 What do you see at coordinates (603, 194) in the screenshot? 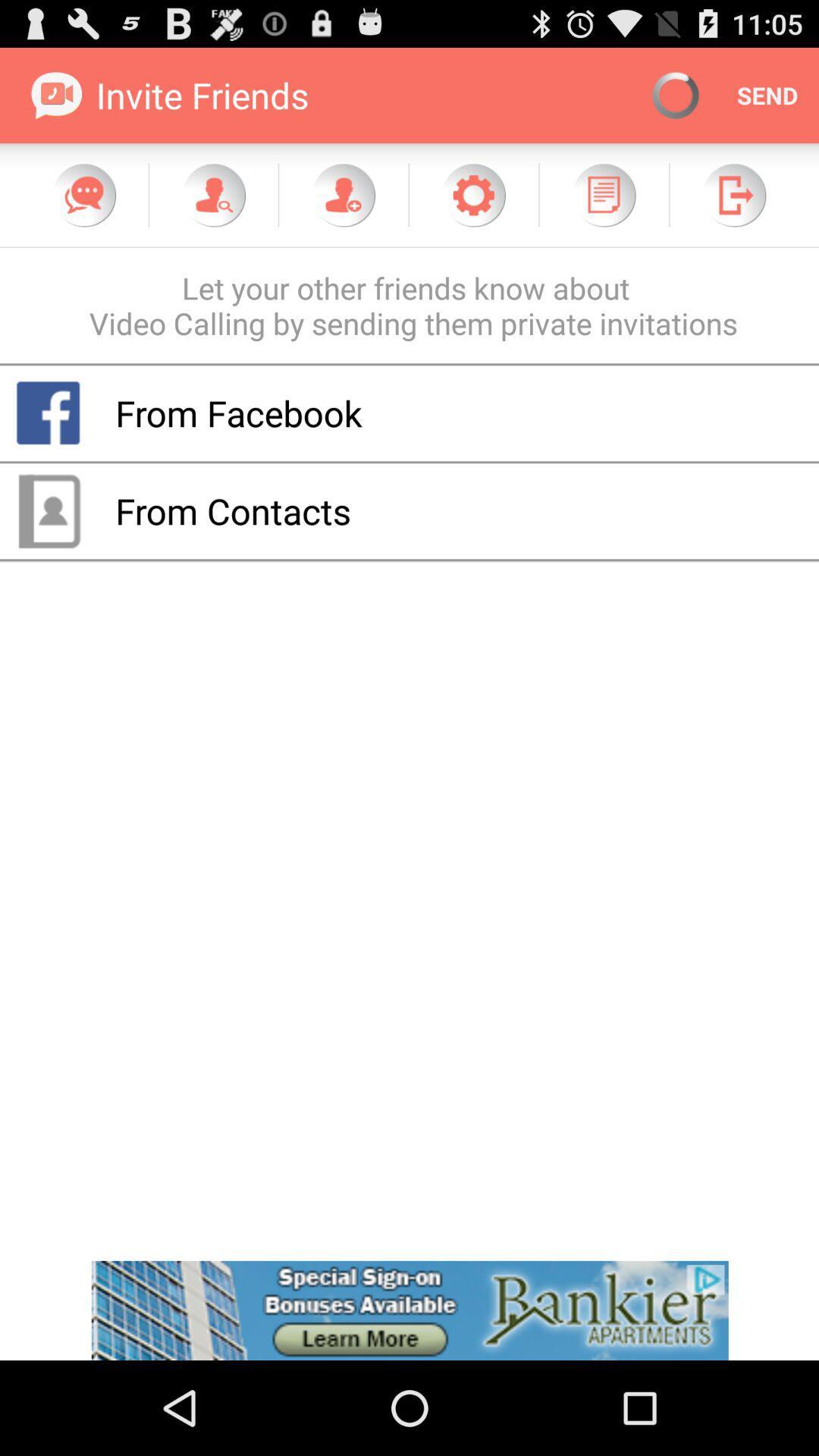
I see `save` at bounding box center [603, 194].